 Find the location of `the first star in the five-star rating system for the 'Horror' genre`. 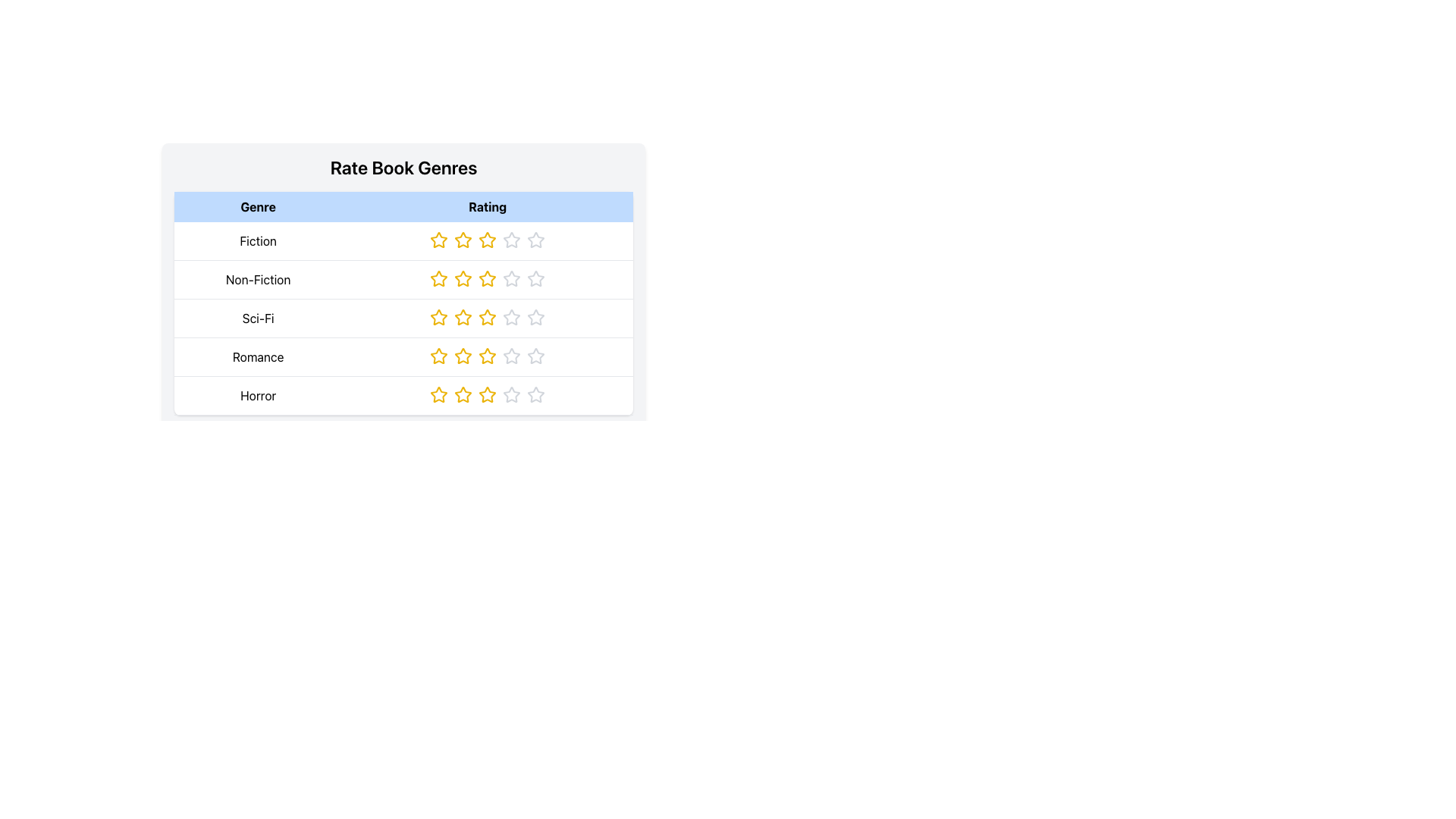

the first star in the five-star rating system for the 'Horror' genre is located at coordinates (438, 394).